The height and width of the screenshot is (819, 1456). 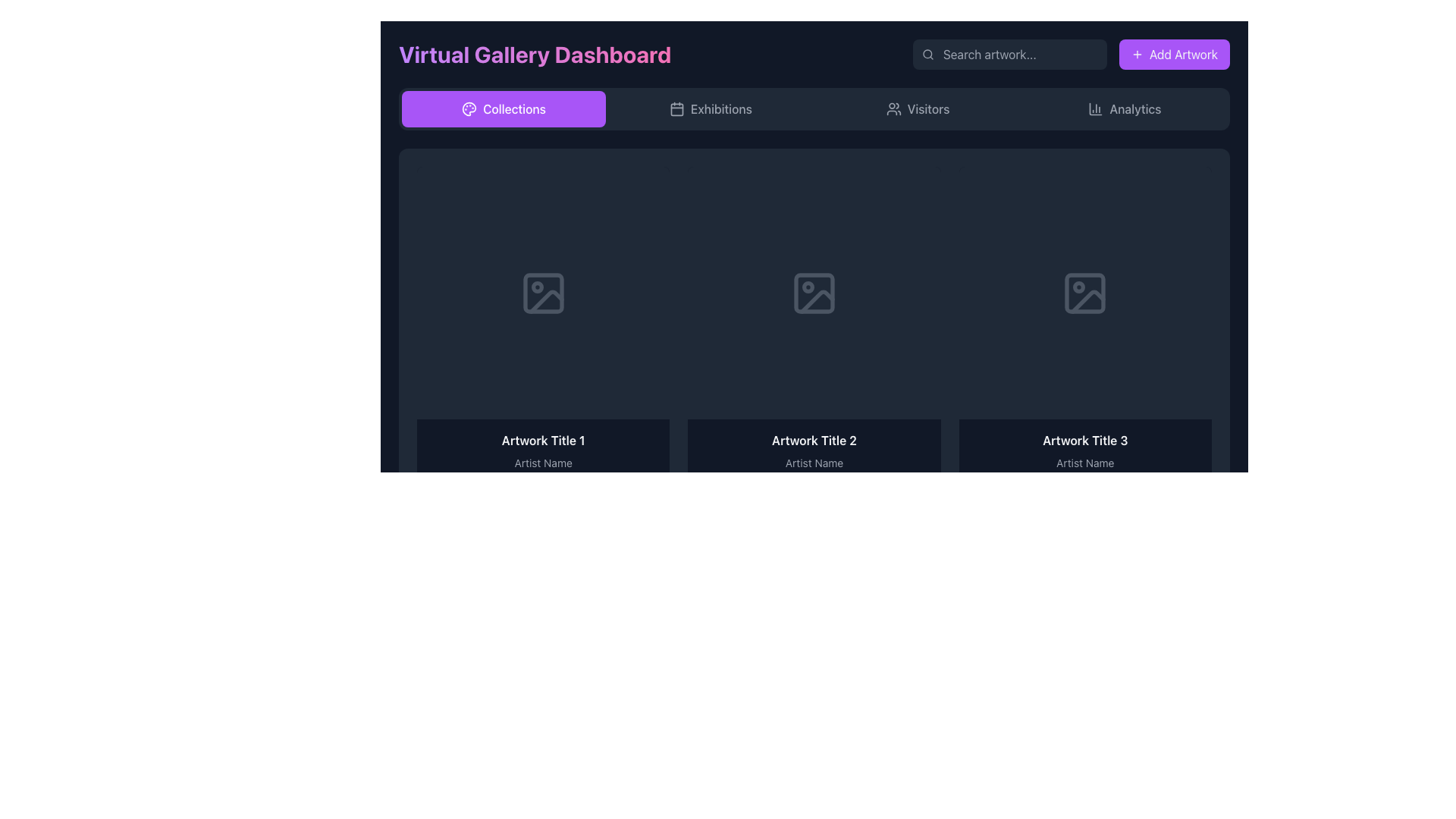 I want to click on displayed text label that identifies the artist of the artwork located below 'Artwork Title 3' in the bottom section of the artwork card, so click(x=1084, y=463).